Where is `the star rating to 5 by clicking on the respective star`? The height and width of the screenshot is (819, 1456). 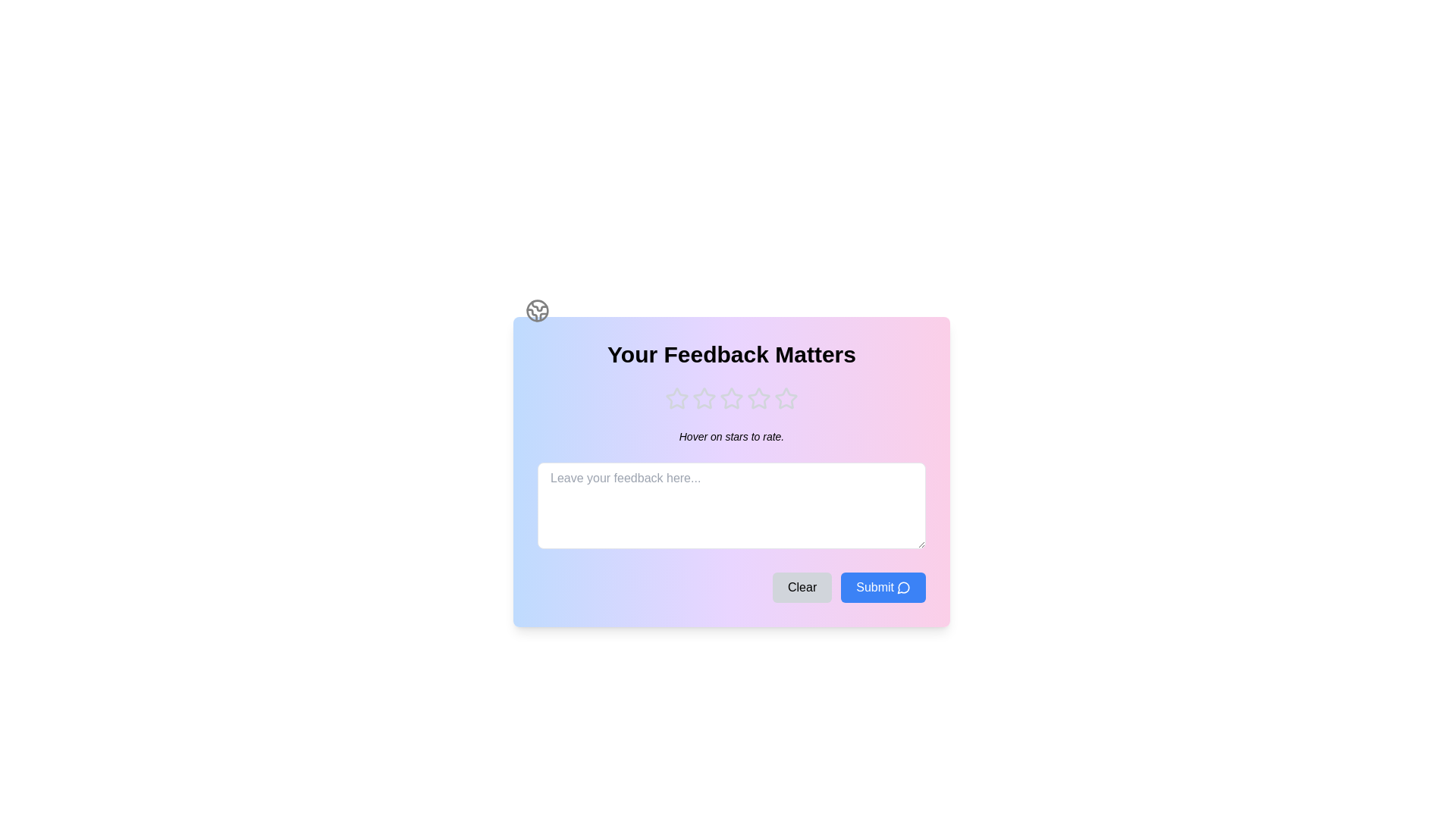 the star rating to 5 by clicking on the respective star is located at coordinates (786, 397).